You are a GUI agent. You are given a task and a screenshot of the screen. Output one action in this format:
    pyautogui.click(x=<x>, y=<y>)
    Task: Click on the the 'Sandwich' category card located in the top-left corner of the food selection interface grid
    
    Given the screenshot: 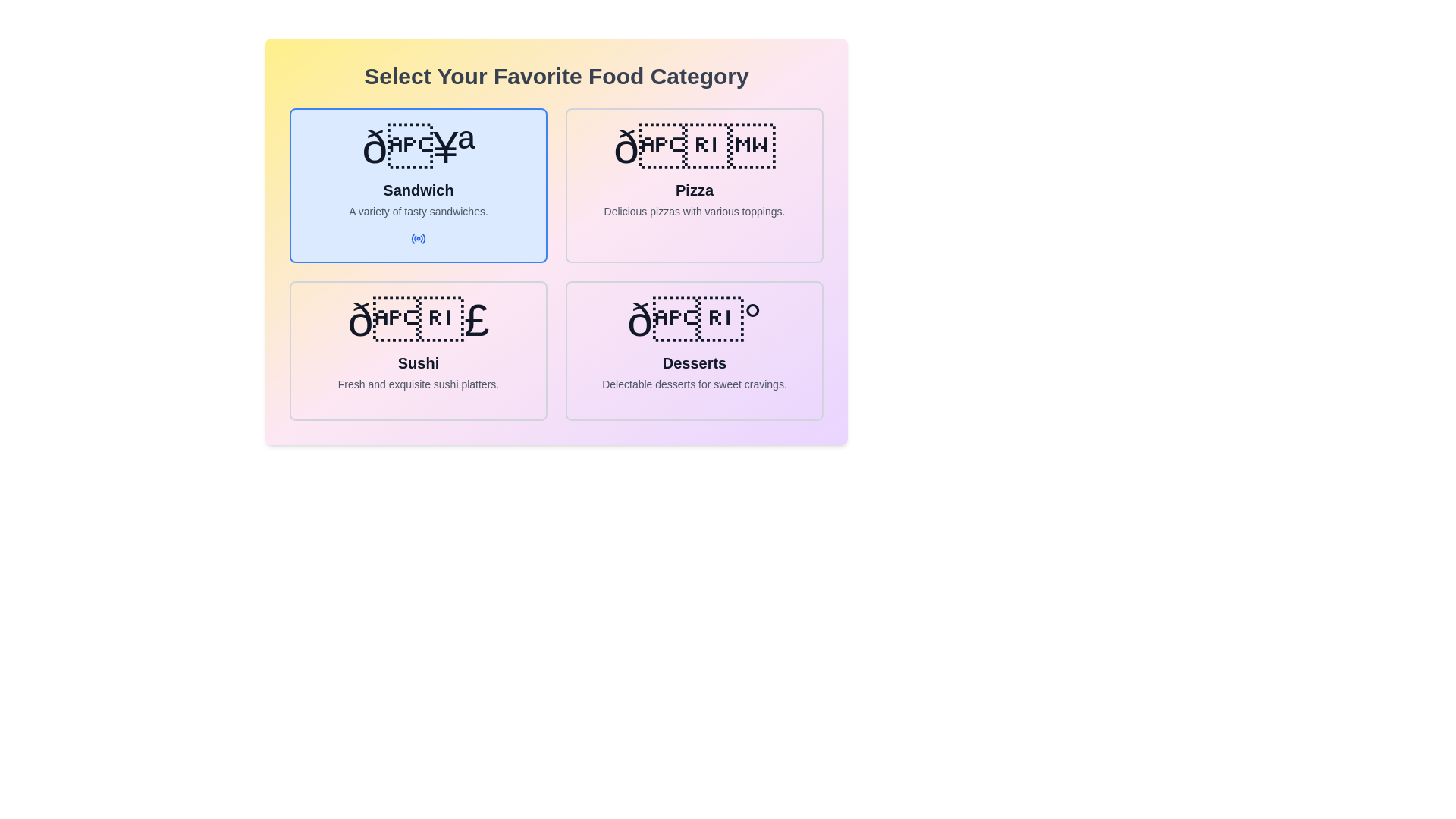 What is the action you would take?
    pyautogui.click(x=419, y=185)
    